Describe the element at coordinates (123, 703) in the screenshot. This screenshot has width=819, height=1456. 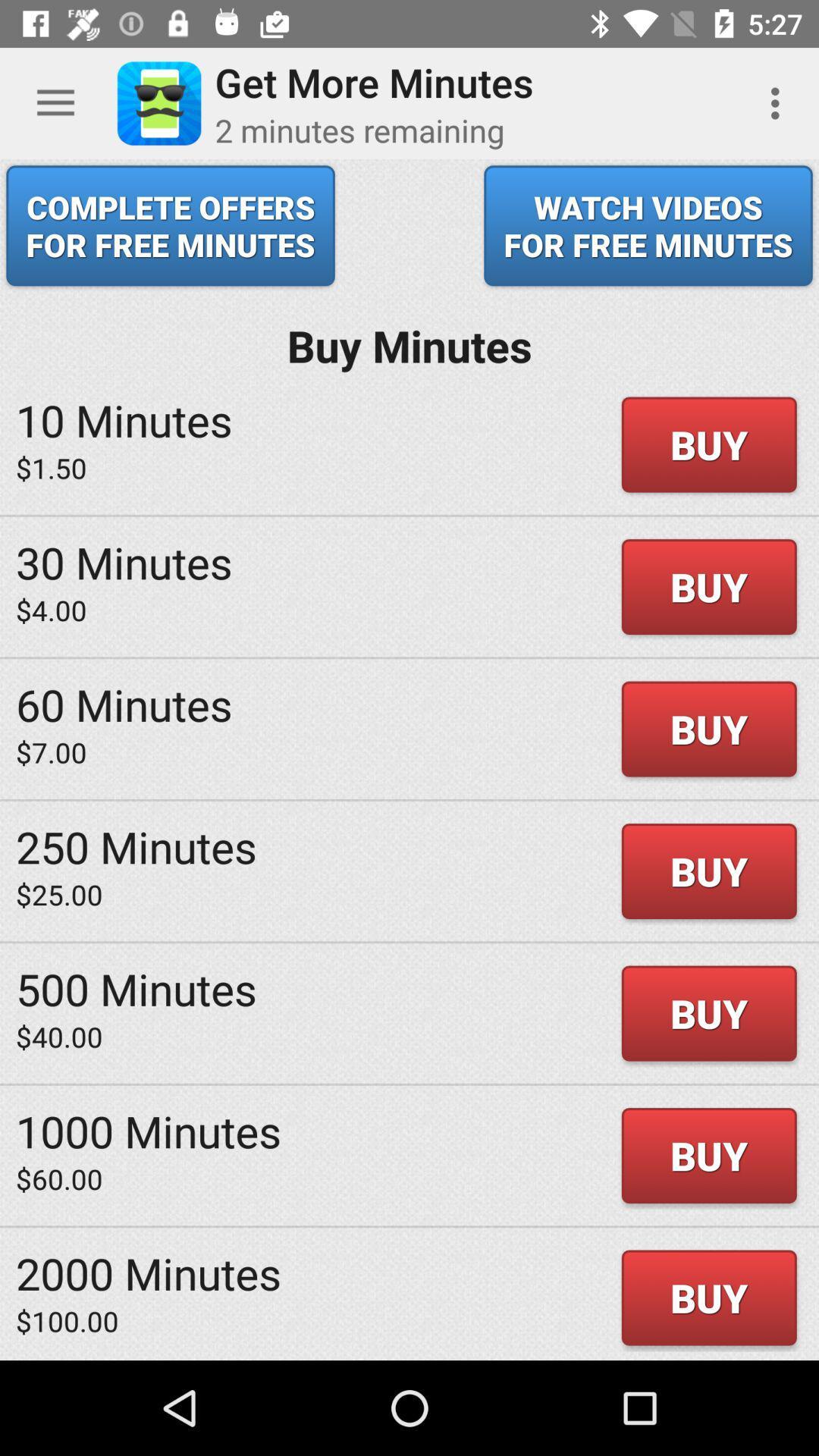
I see `60 minutes icon` at that location.